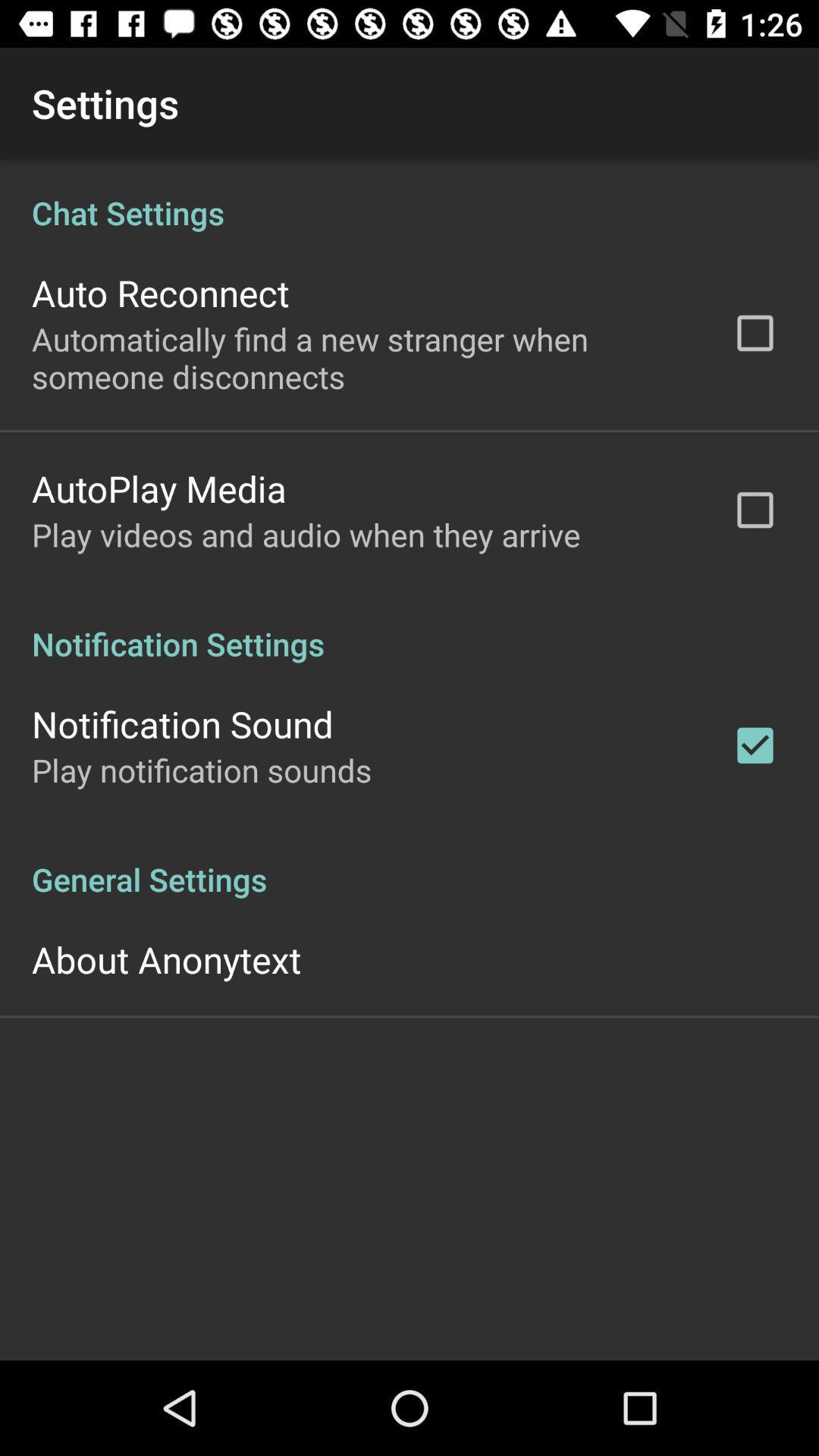  What do you see at coordinates (409, 760) in the screenshot?
I see `the item below the settings icon` at bounding box center [409, 760].